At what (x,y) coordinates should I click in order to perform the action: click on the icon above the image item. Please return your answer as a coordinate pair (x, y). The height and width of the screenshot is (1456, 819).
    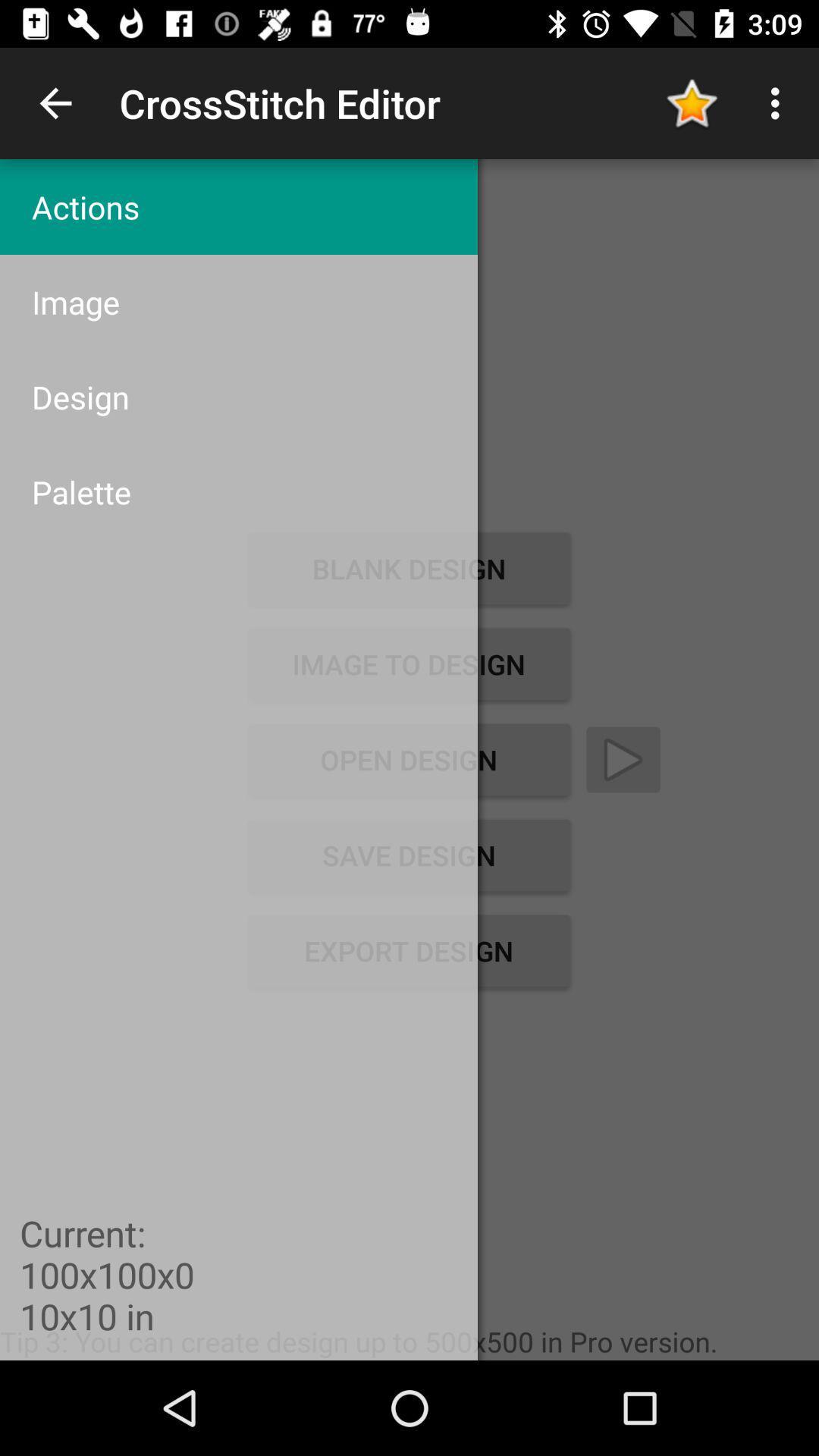
    Looking at the image, I should click on (239, 206).